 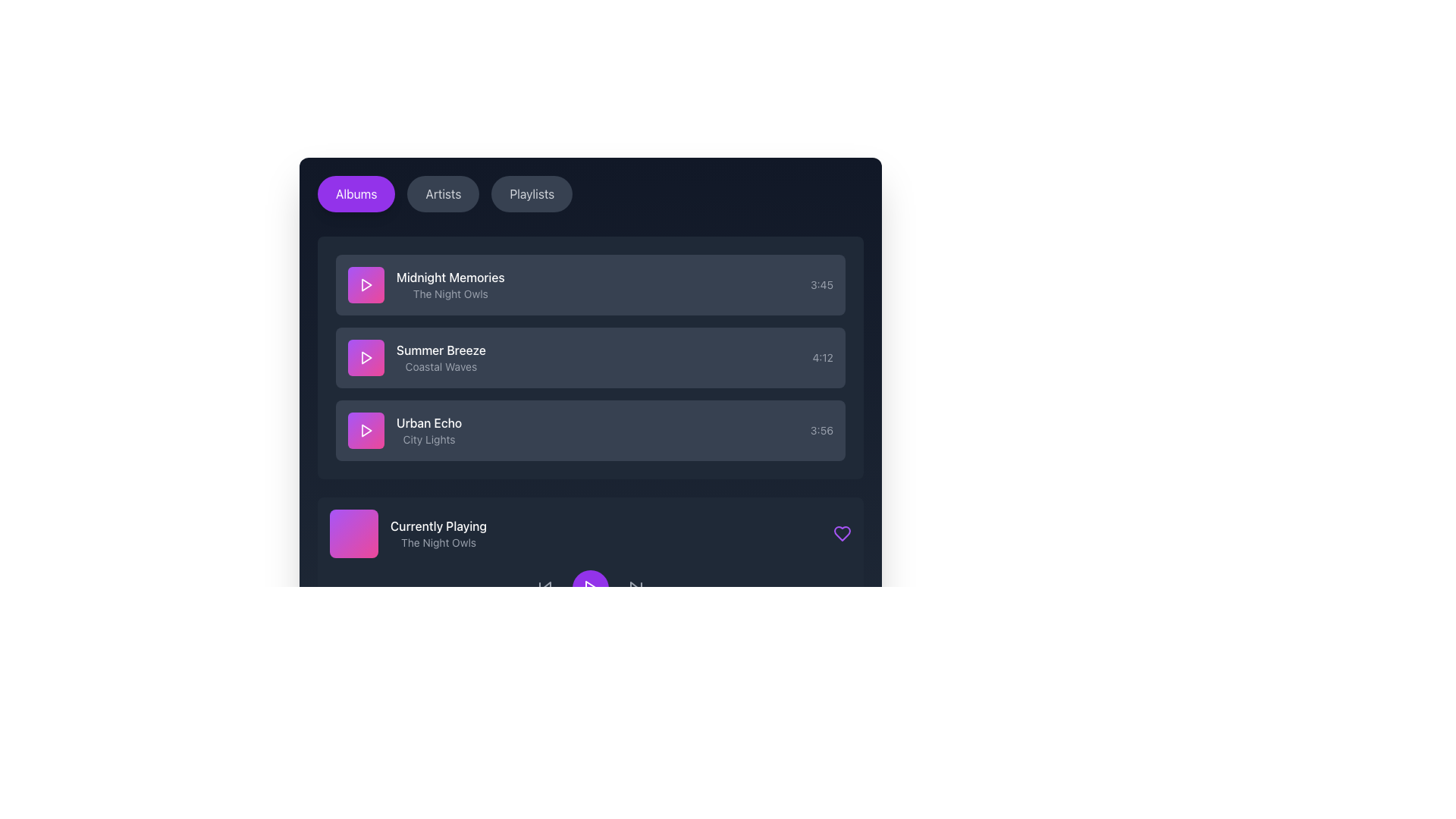 What do you see at coordinates (532, 193) in the screenshot?
I see `the 'Playlists' button, which is the third button in a group of three buttons ('Albums,' 'Artists,' and 'Playlists')` at bounding box center [532, 193].